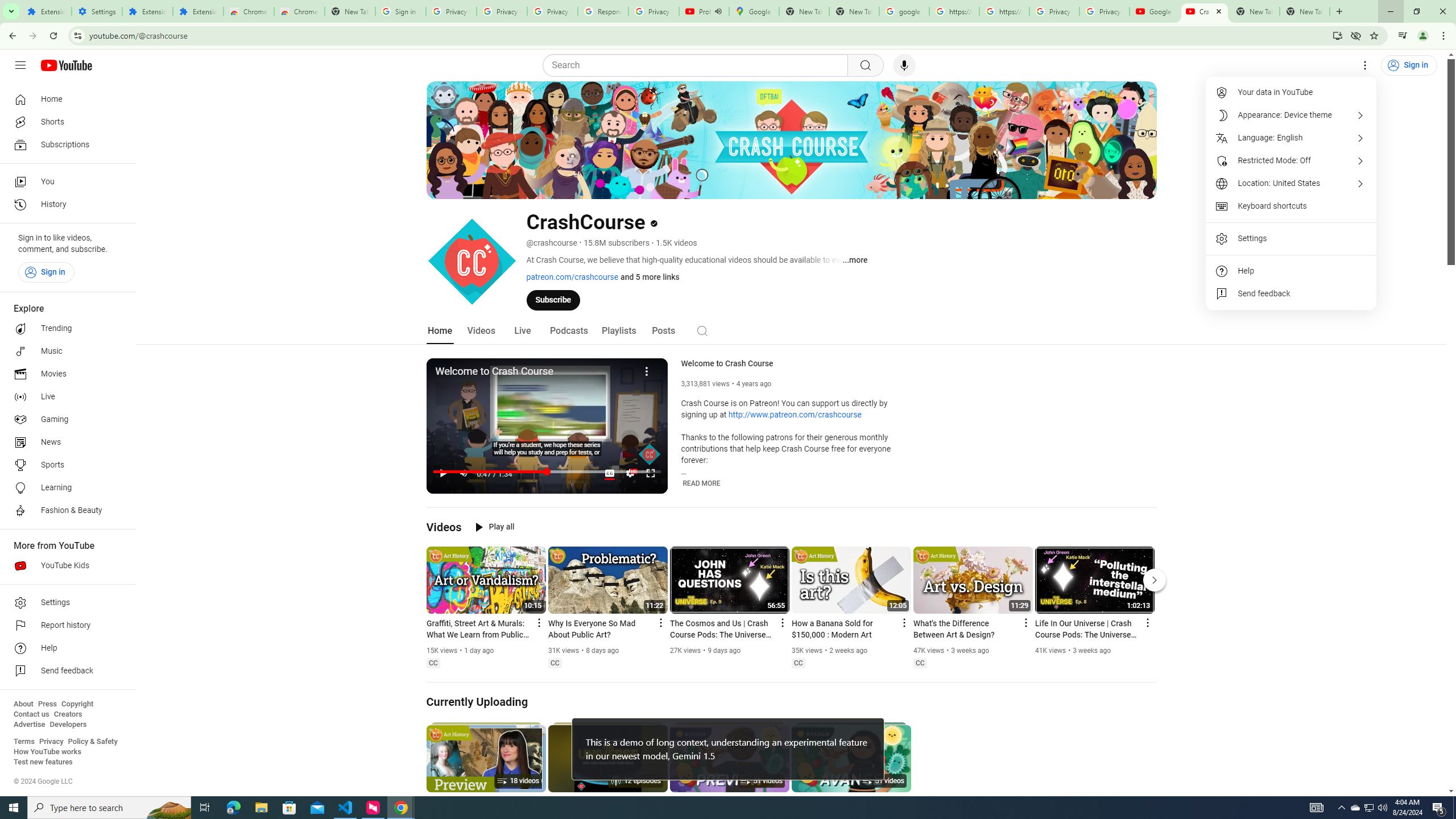  What do you see at coordinates (442, 473) in the screenshot?
I see `'Pause (k)'` at bounding box center [442, 473].